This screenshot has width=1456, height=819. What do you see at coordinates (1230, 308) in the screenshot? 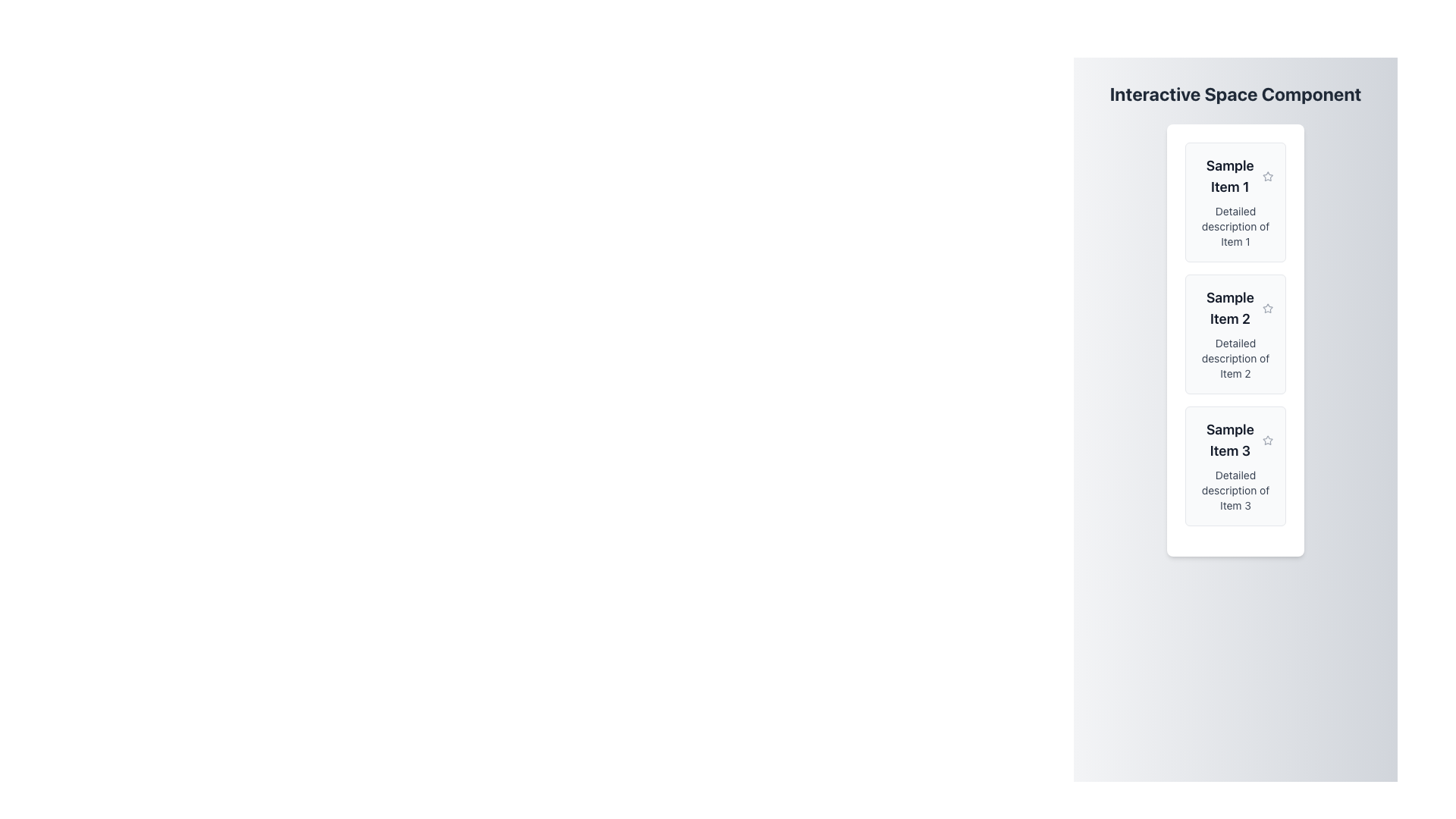
I see `the bold heading of the second card in the content section` at bounding box center [1230, 308].